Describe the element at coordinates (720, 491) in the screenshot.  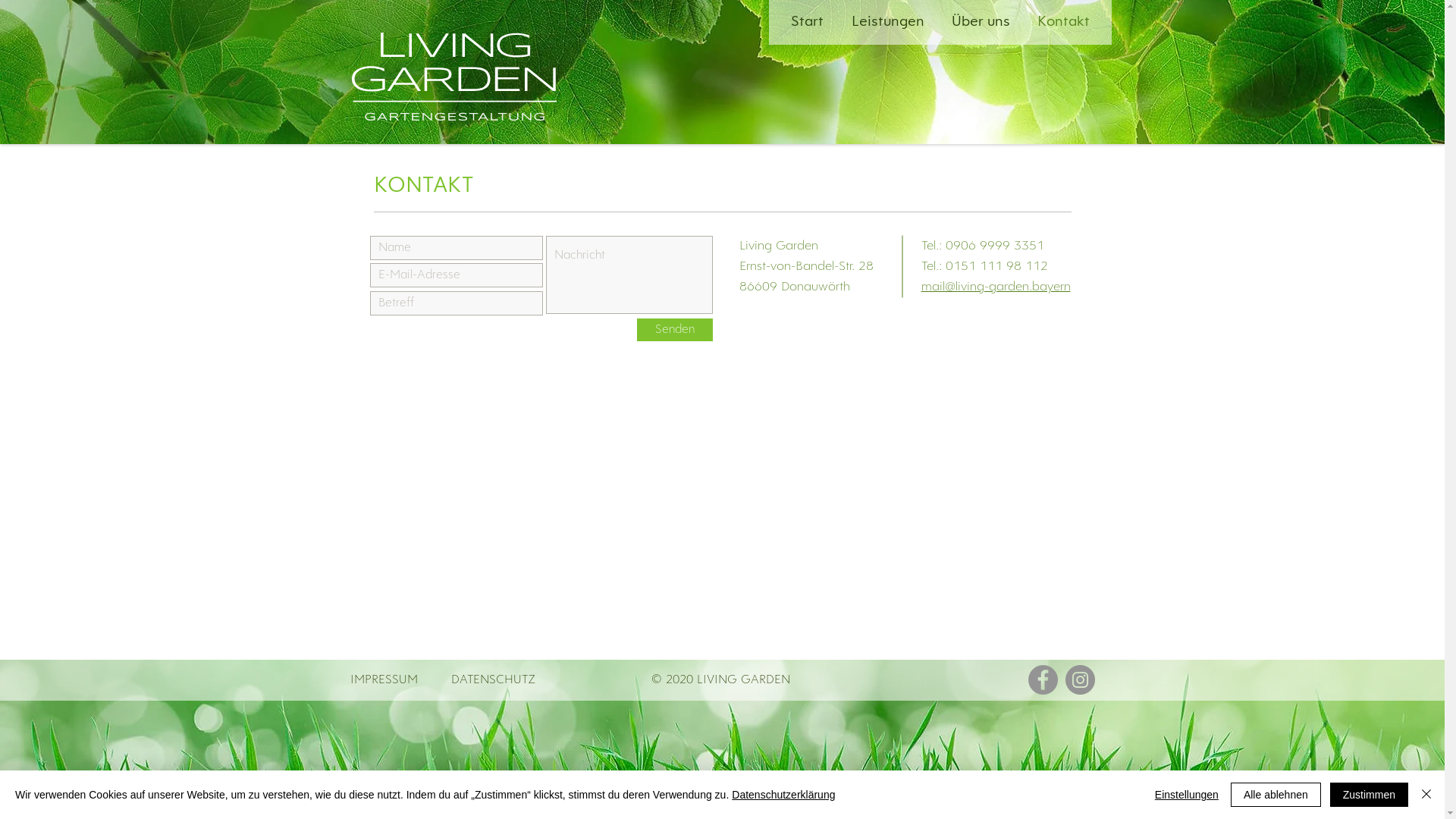
I see `'Google Maps'` at that location.